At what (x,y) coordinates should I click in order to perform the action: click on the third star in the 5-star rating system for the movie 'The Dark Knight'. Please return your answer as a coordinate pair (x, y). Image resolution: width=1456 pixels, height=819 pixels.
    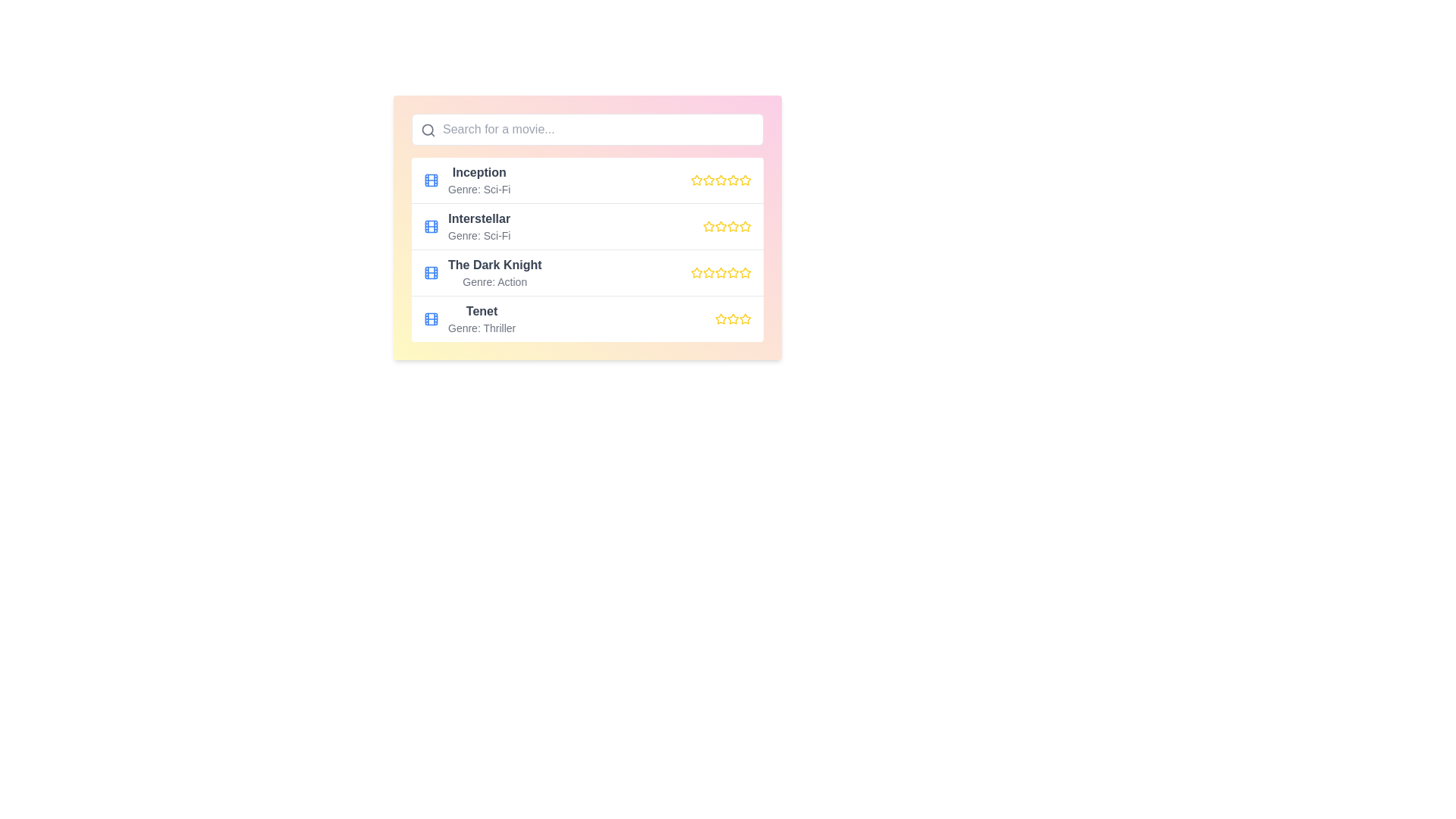
    Looking at the image, I should click on (708, 271).